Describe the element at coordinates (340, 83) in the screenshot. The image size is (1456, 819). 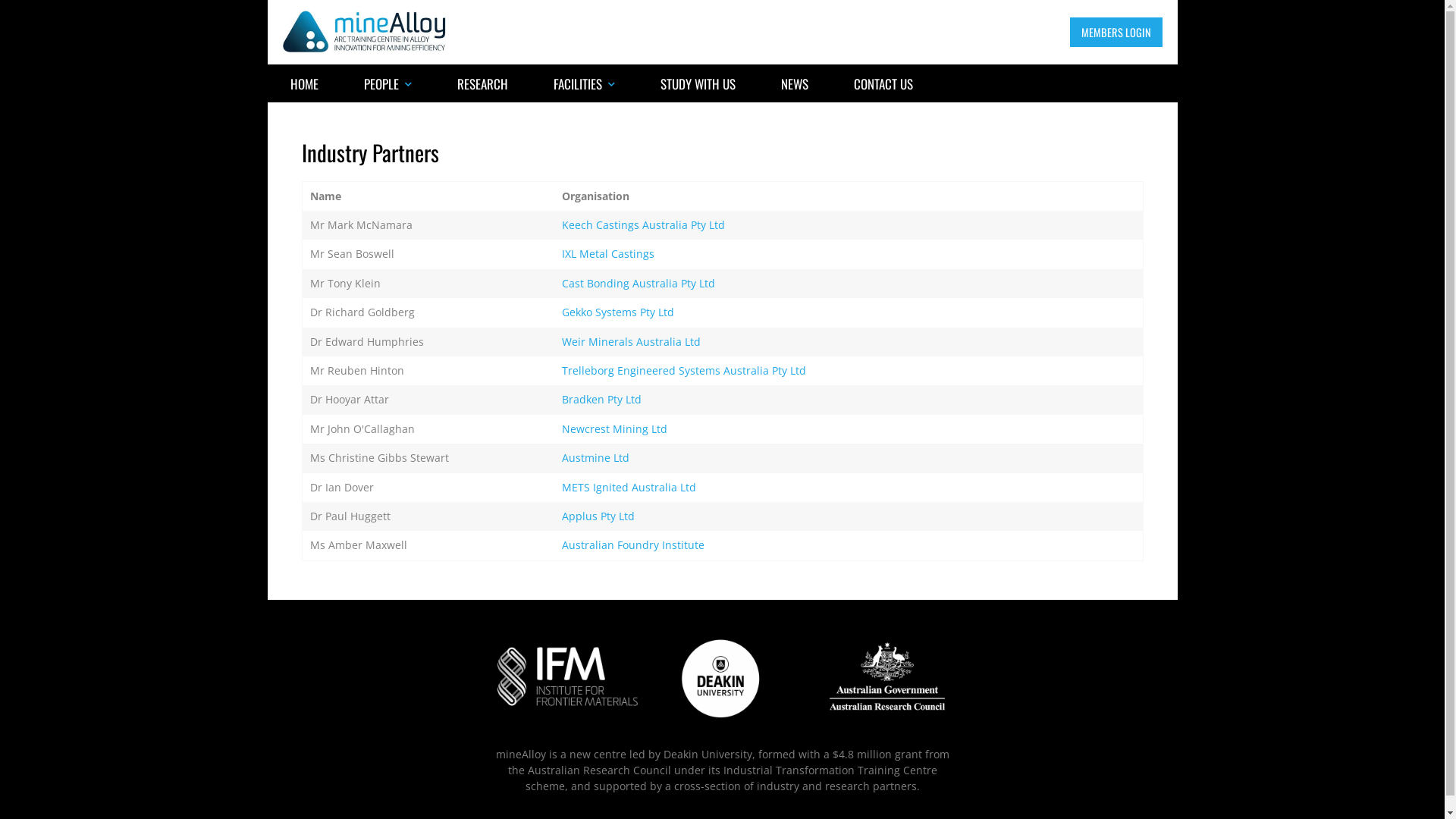
I see `'PEOPLE'` at that location.